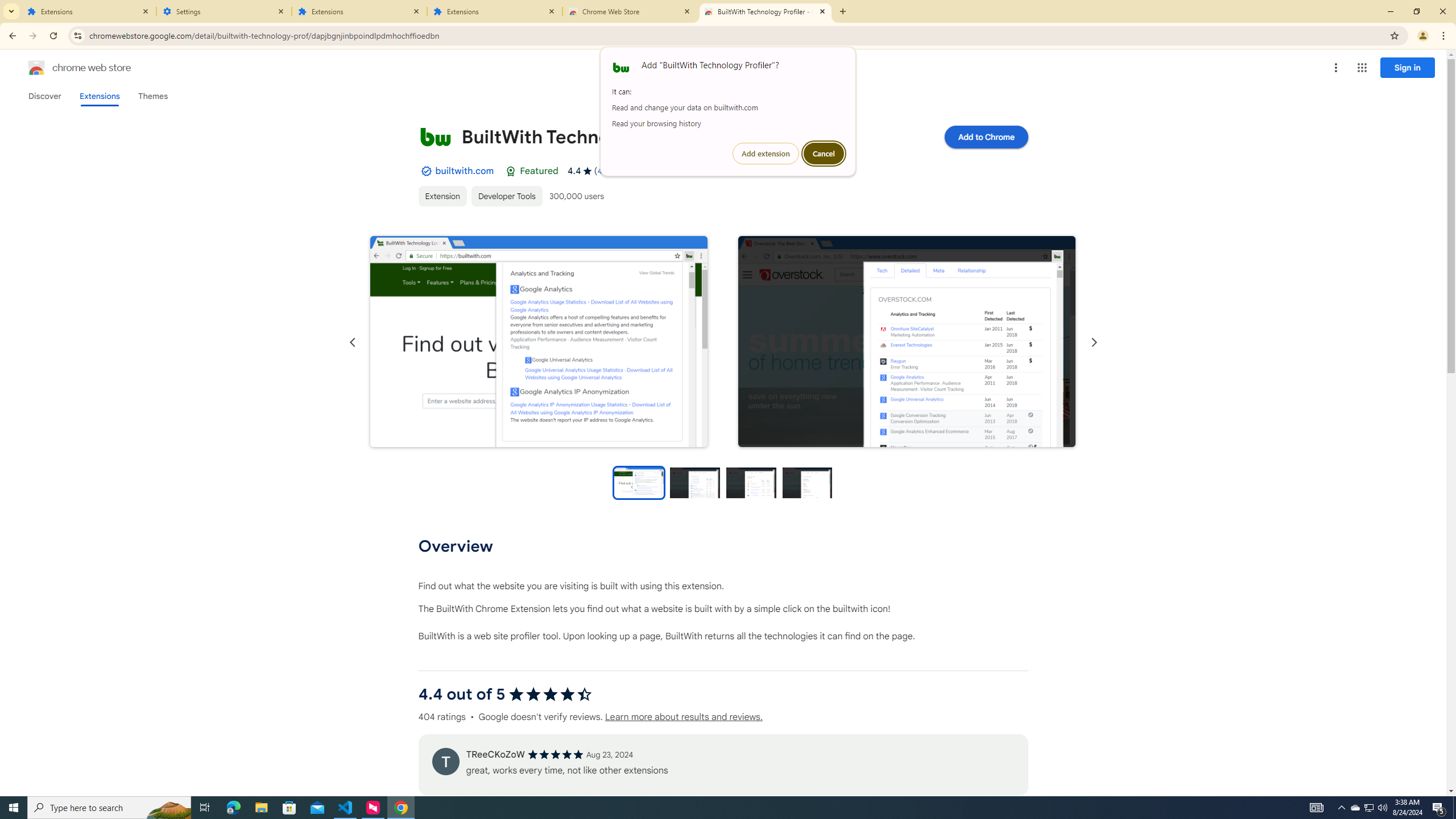 The image size is (1456, 819). What do you see at coordinates (510, 170) in the screenshot?
I see `'Featured Badge'` at bounding box center [510, 170].